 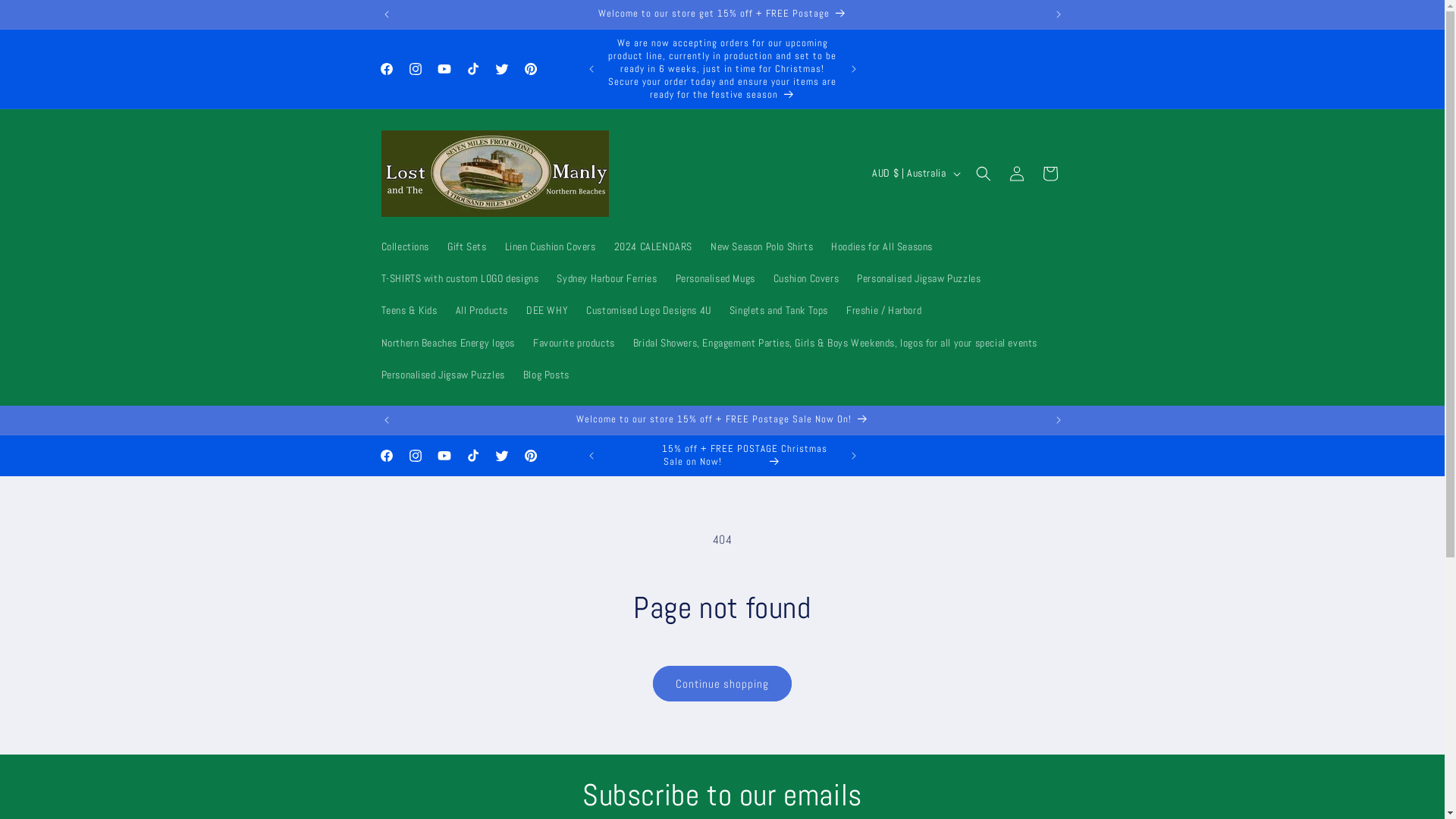 I want to click on '2024 CALENDARS', so click(x=653, y=245).